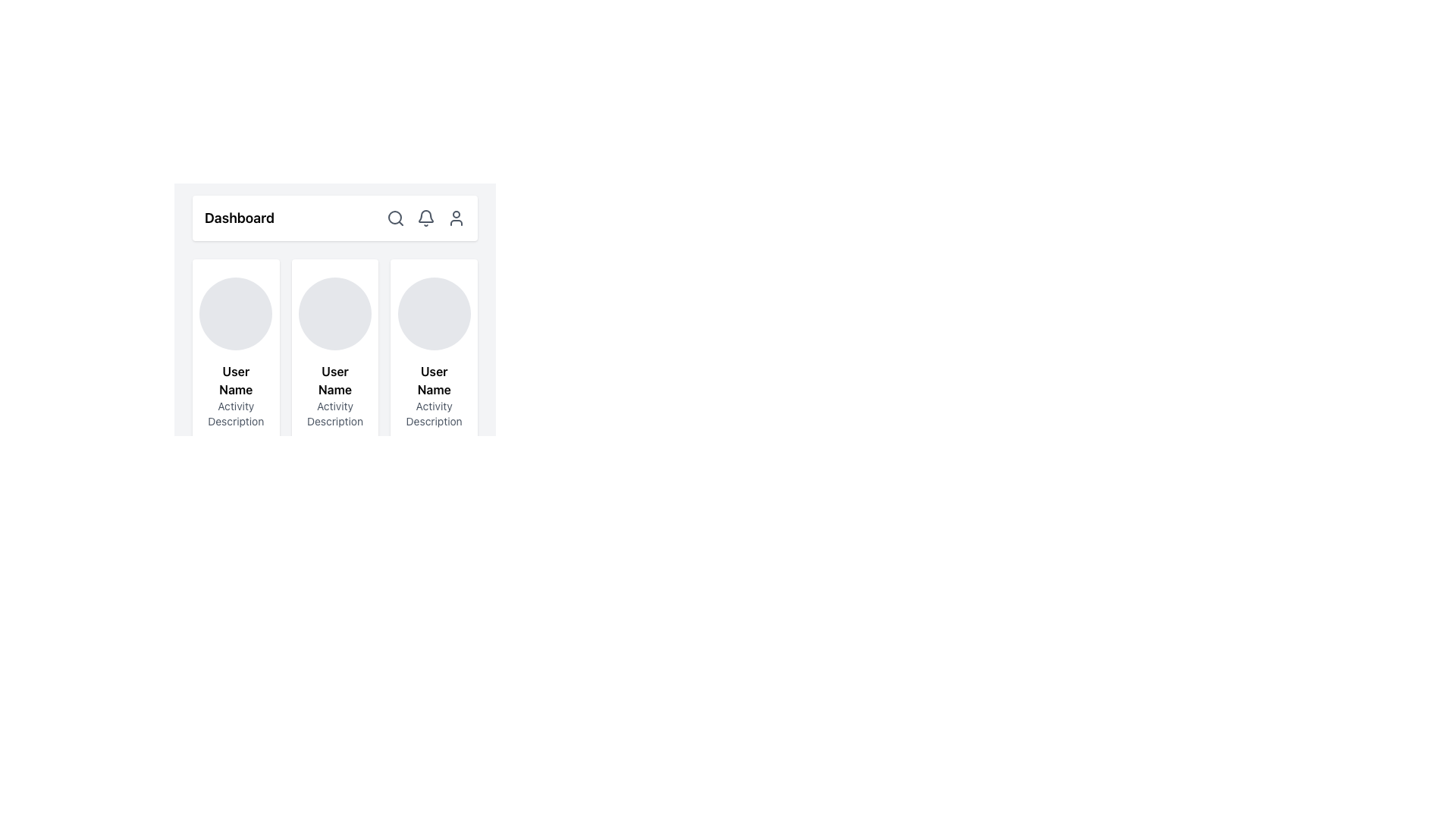  Describe the element at coordinates (334, 424) in the screenshot. I see `the 'View Details' button, which is styled with a blue background and rounded corners, located centrally in the vertically stacked arrangement of labels and buttons` at that location.